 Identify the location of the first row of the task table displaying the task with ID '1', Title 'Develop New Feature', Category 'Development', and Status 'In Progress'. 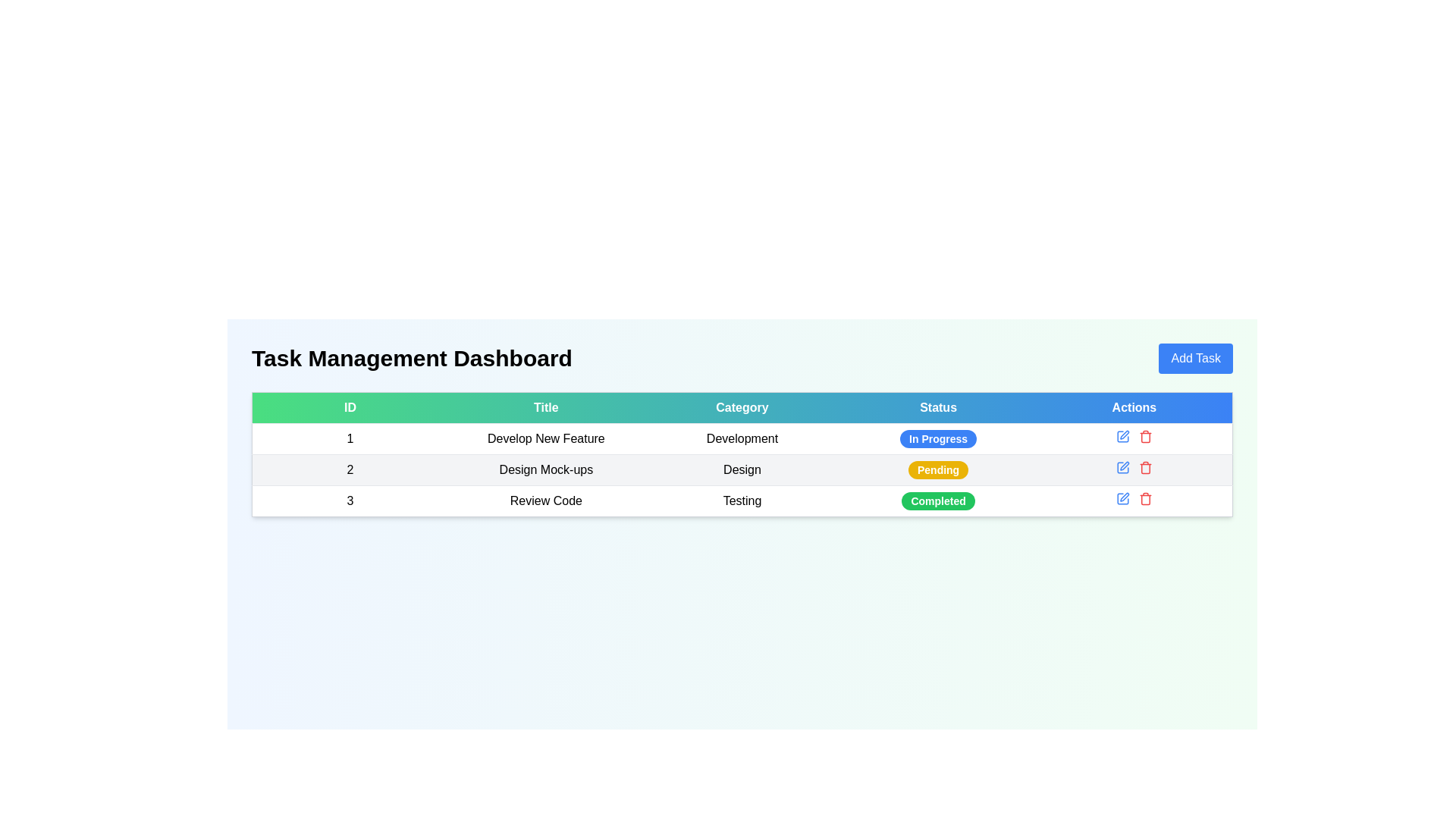
(742, 438).